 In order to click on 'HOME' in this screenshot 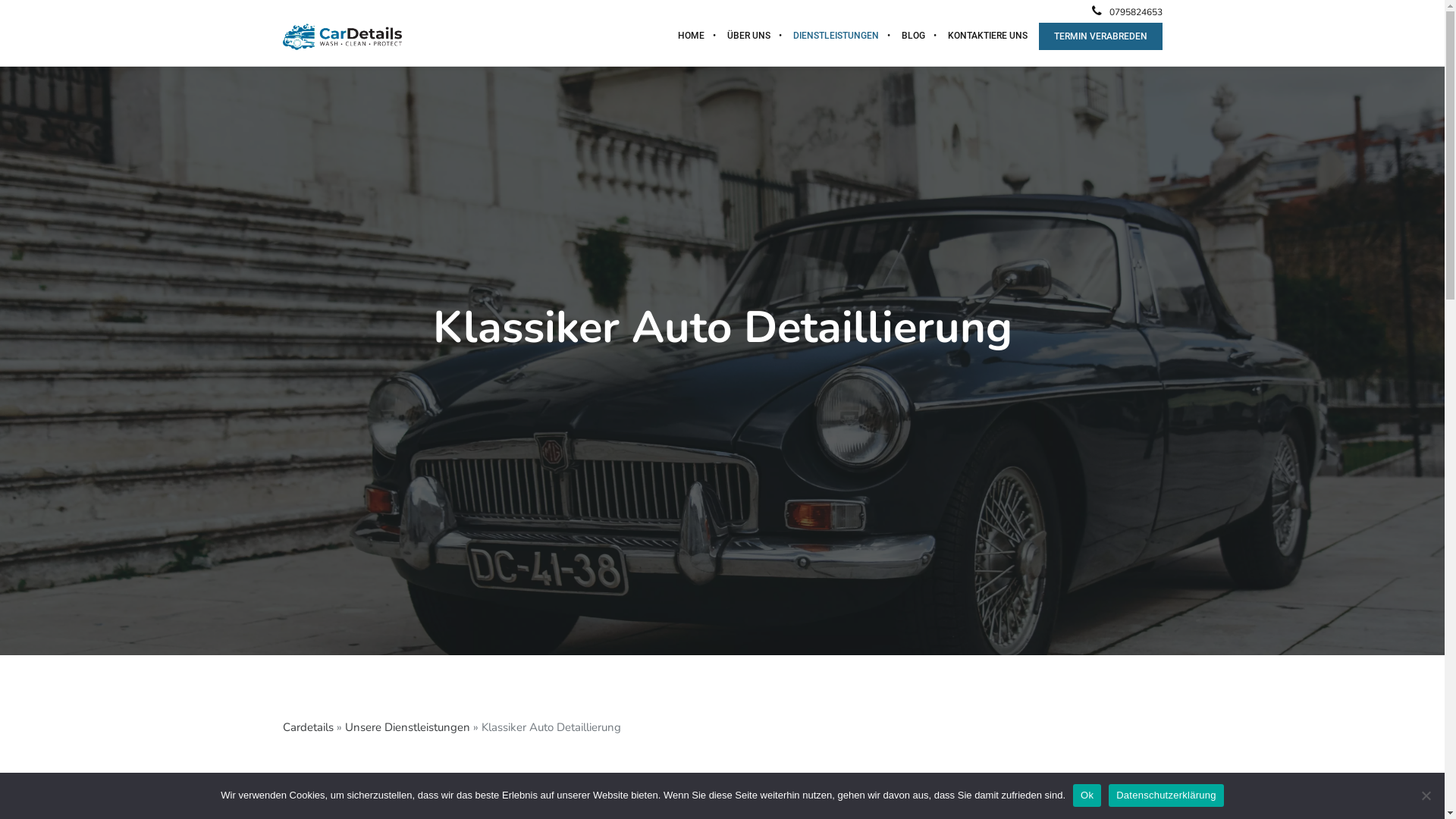, I will do `click(689, 34)`.